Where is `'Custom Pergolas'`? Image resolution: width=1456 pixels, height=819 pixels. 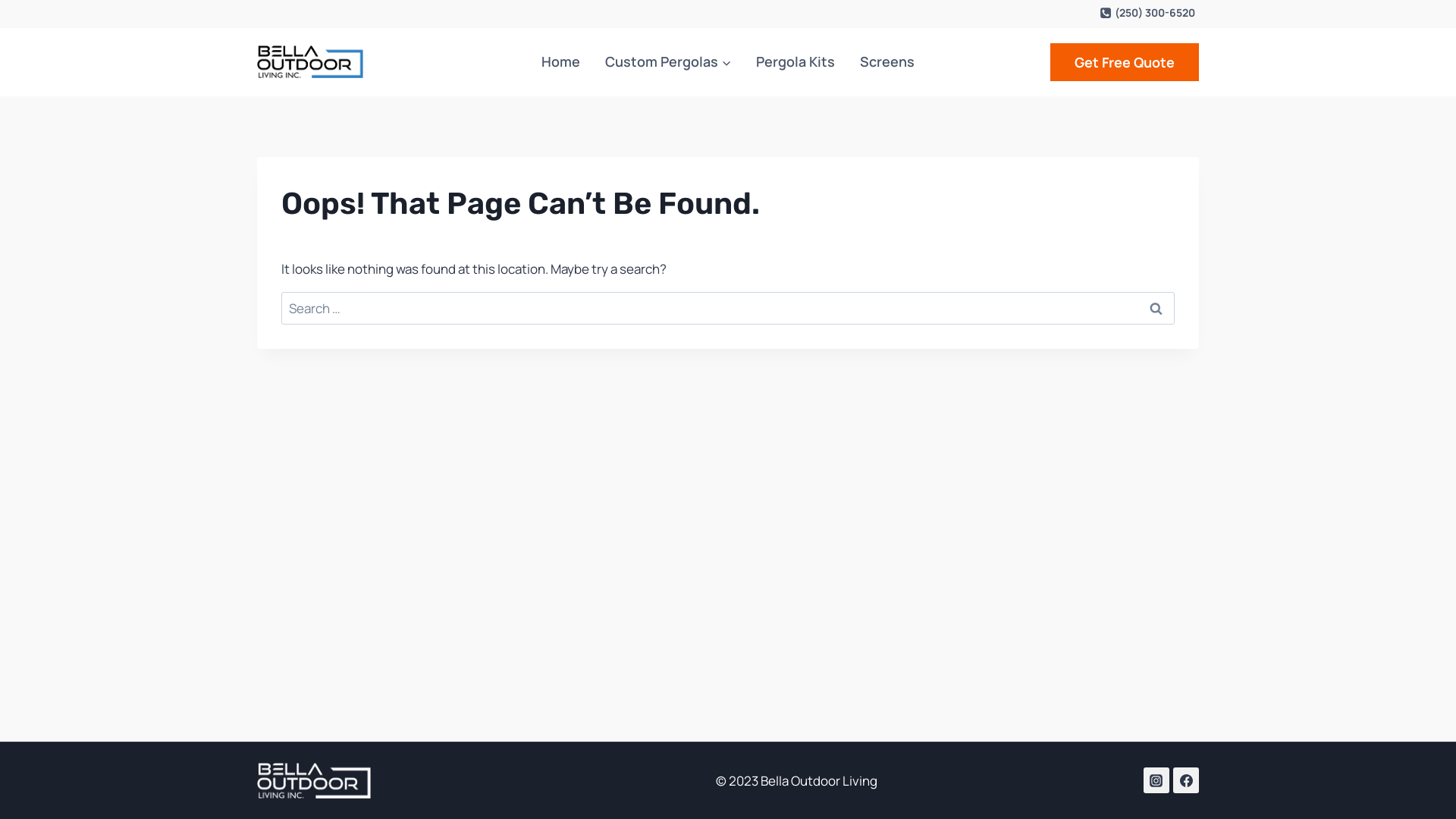 'Custom Pergolas' is located at coordinates (592, 61).